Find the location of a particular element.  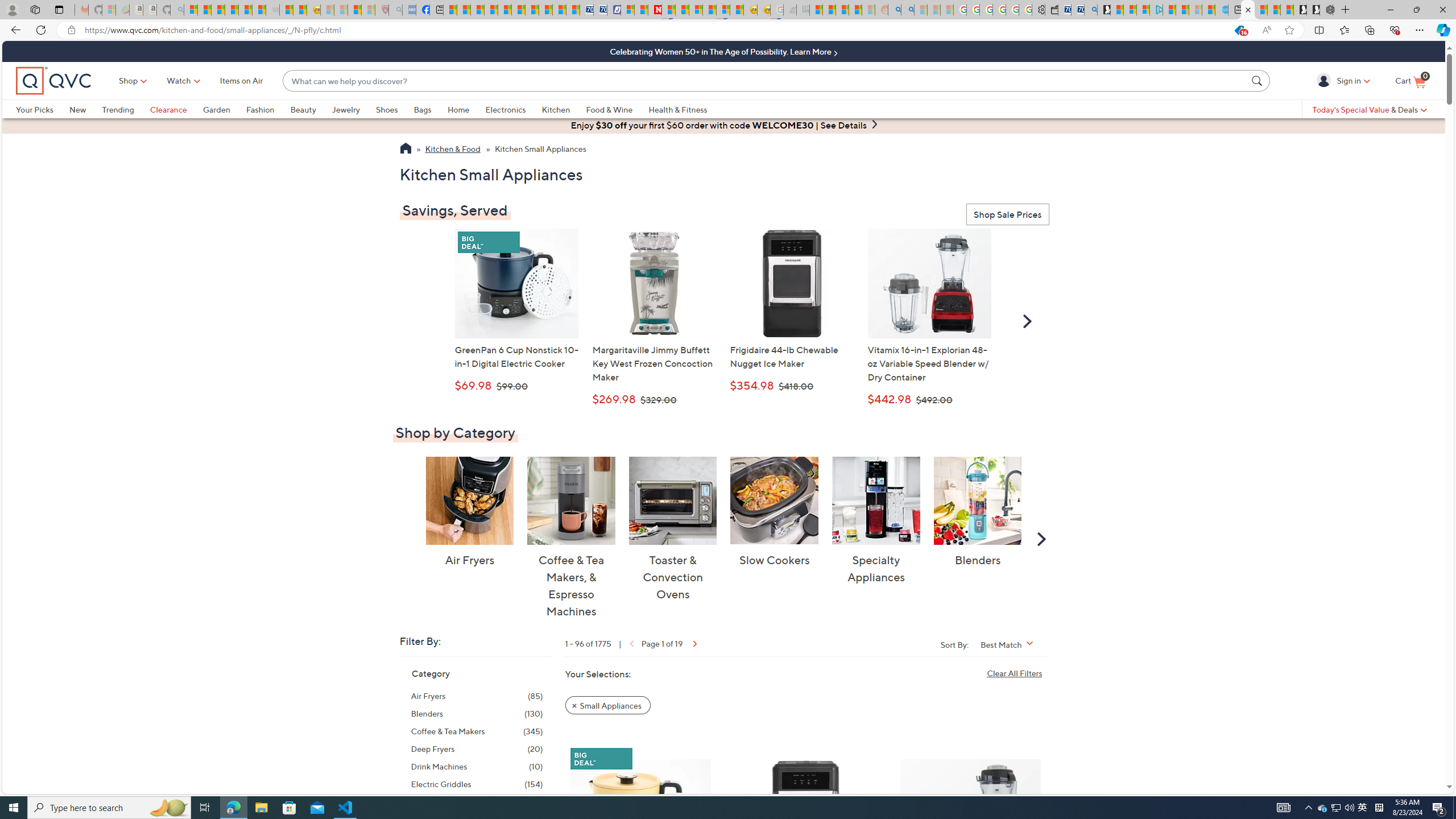

'Electric Griddles, 154 items' is located at coordinates (476, 784).